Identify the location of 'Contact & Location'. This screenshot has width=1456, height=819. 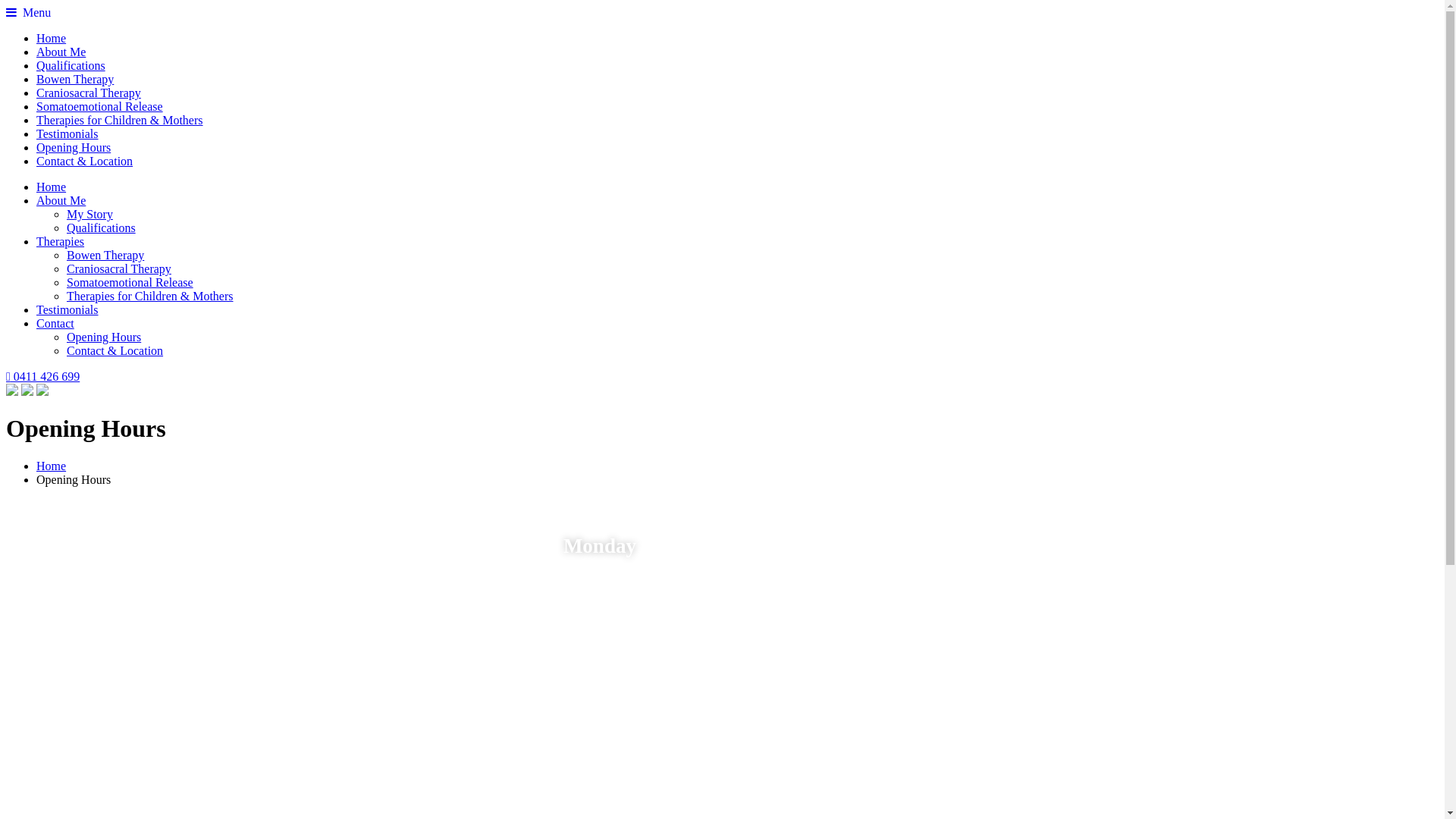
(114, 350).